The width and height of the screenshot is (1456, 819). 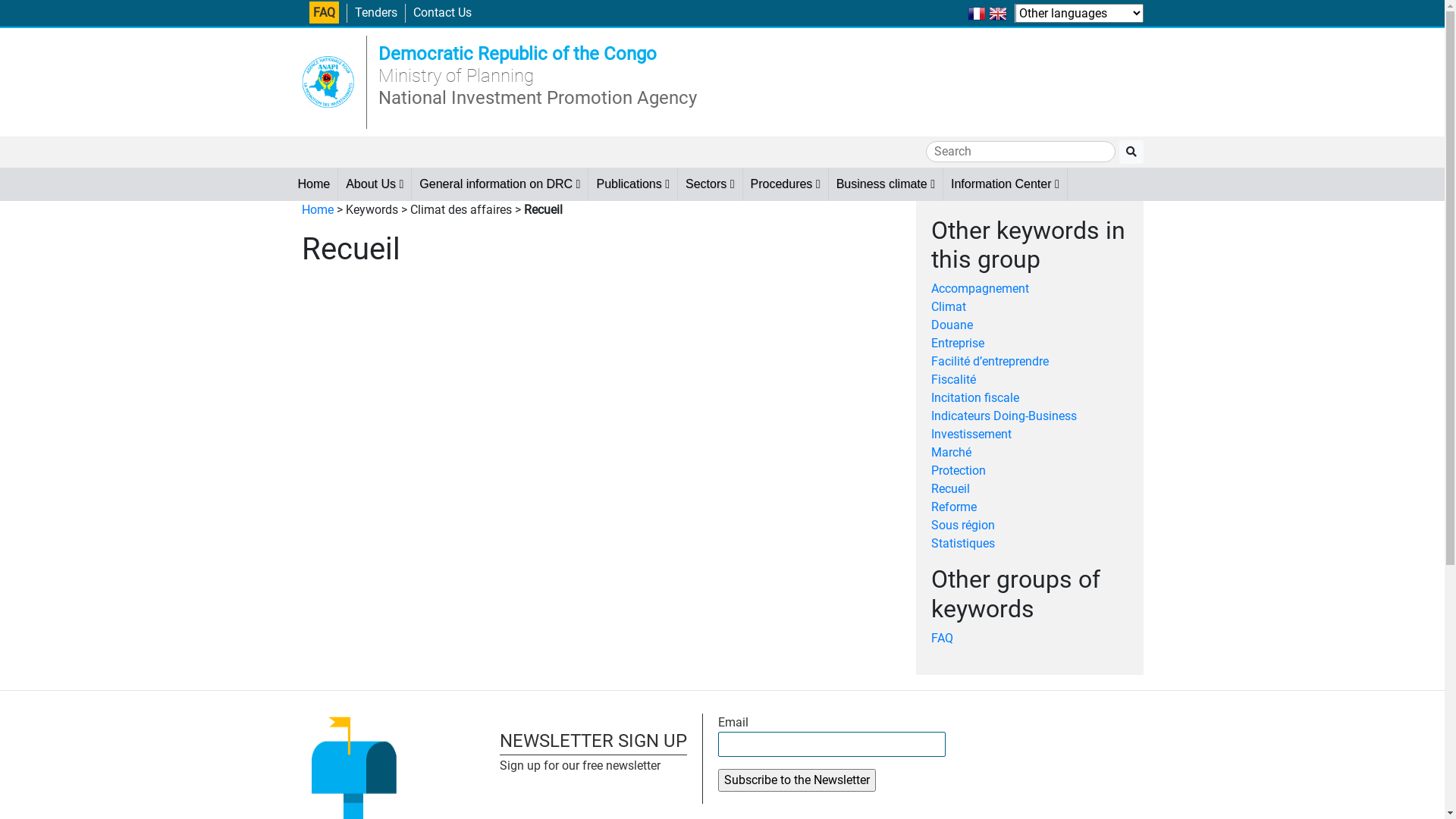 What do you see at coordinates (316, 209) in the screenshot?
I see `'Home'` at bounding box center [316, 209].